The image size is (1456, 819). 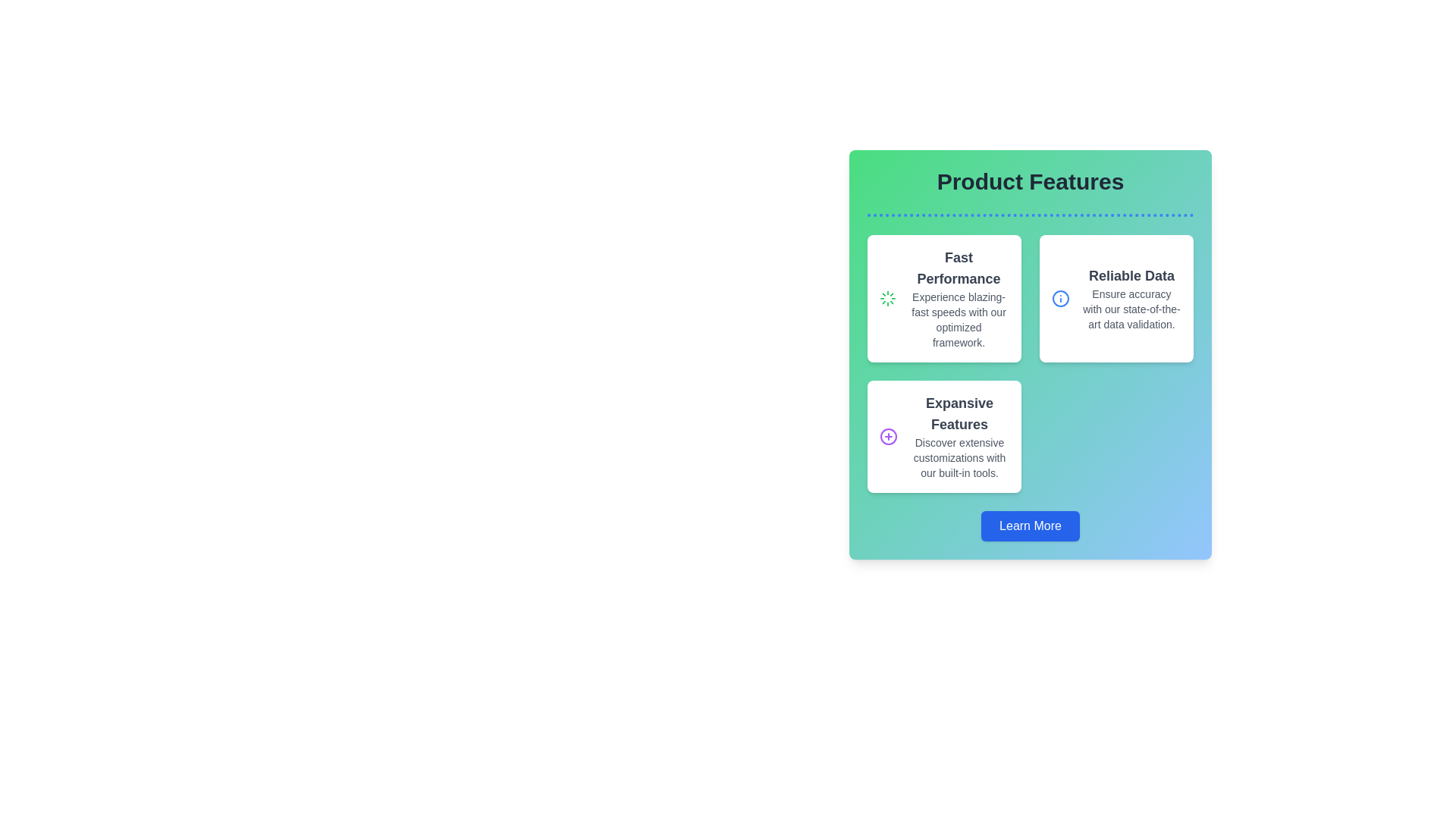 I want to click on the circular icon located at the bottom-left of the card with the title 'Expansive Features', so click(x=888, y=436).